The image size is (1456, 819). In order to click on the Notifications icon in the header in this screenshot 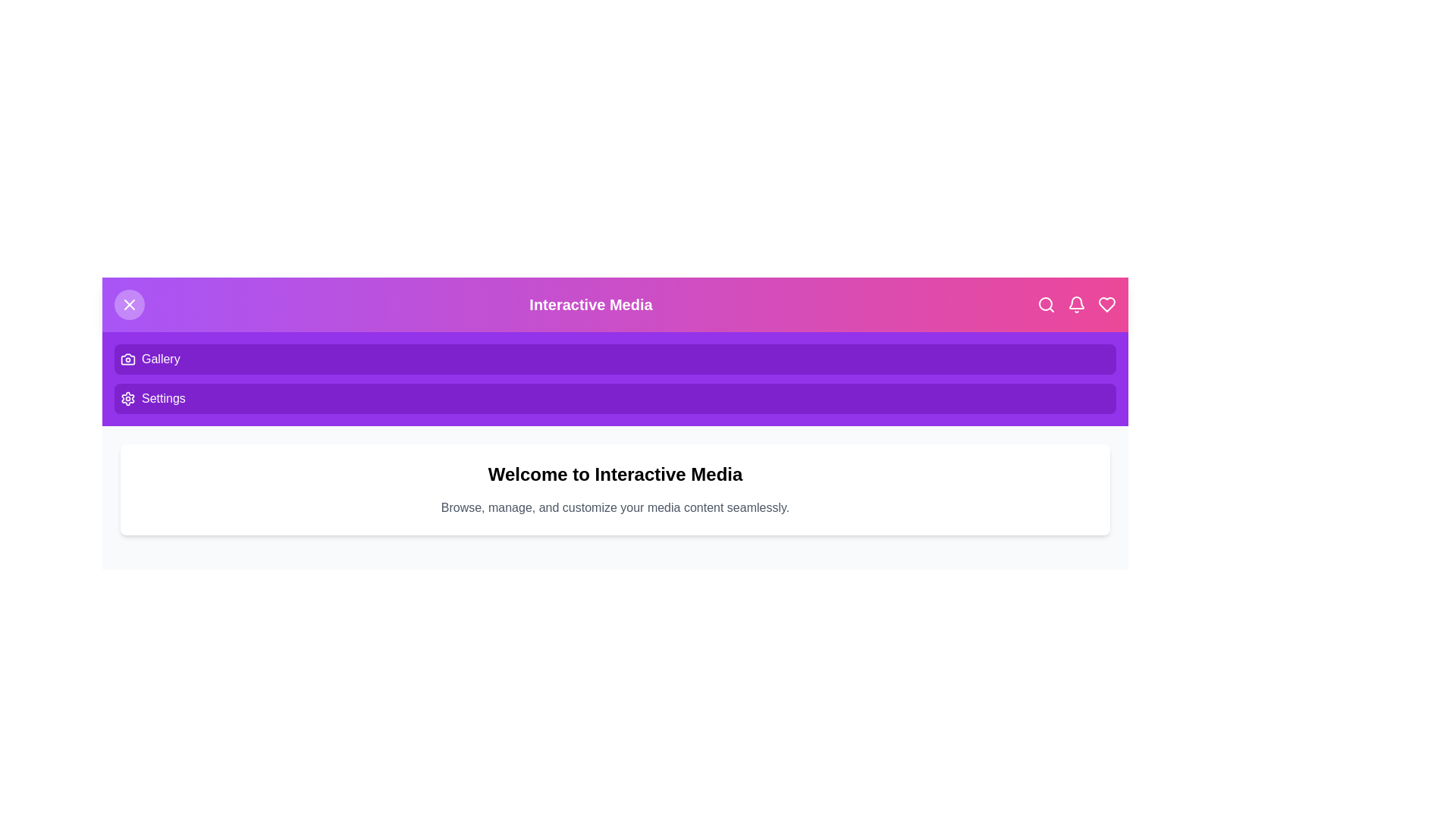, I will do `click(1076, 304)`.